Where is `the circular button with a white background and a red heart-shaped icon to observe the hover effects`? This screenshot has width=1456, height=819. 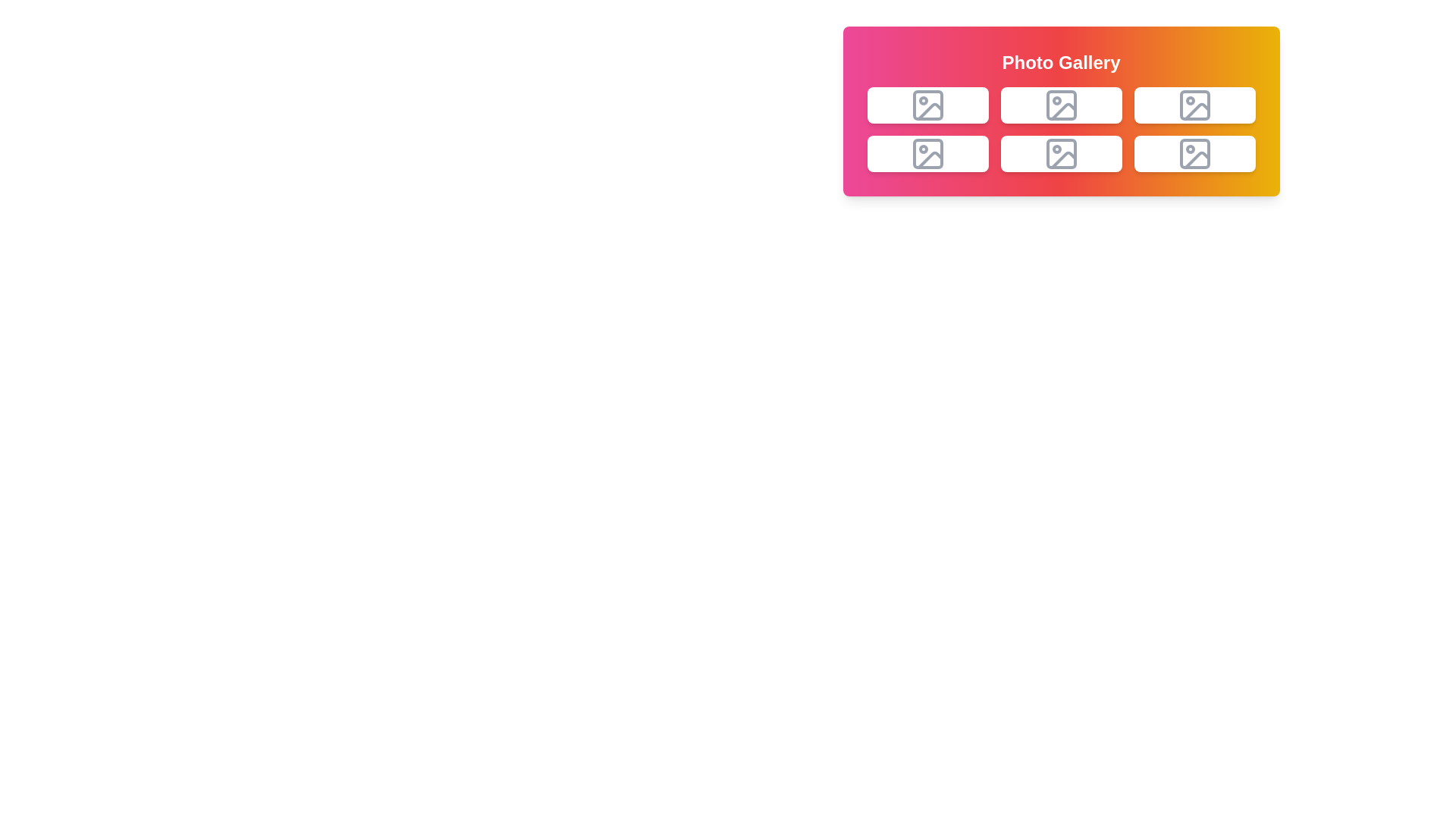 the circular button with a white background and a red heart-shaped icon to observe the hover effects is located at coordinates (1080, 104).